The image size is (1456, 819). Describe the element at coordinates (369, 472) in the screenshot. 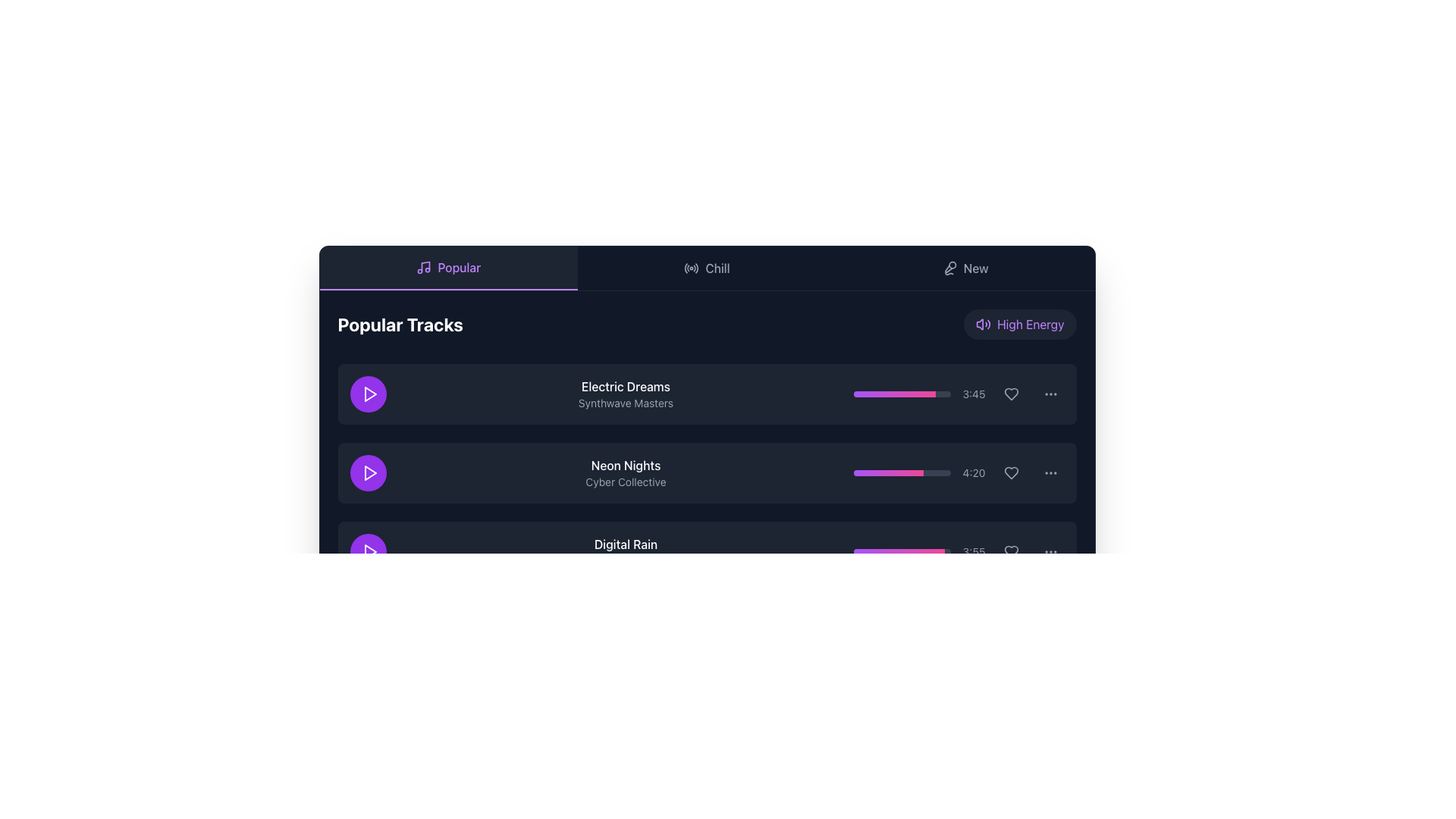

I see `the play button located inside the circular button to the left of the list item text 'Electric Dreams' and 'Synthwave Masters', indicating readiness for action` at that location.